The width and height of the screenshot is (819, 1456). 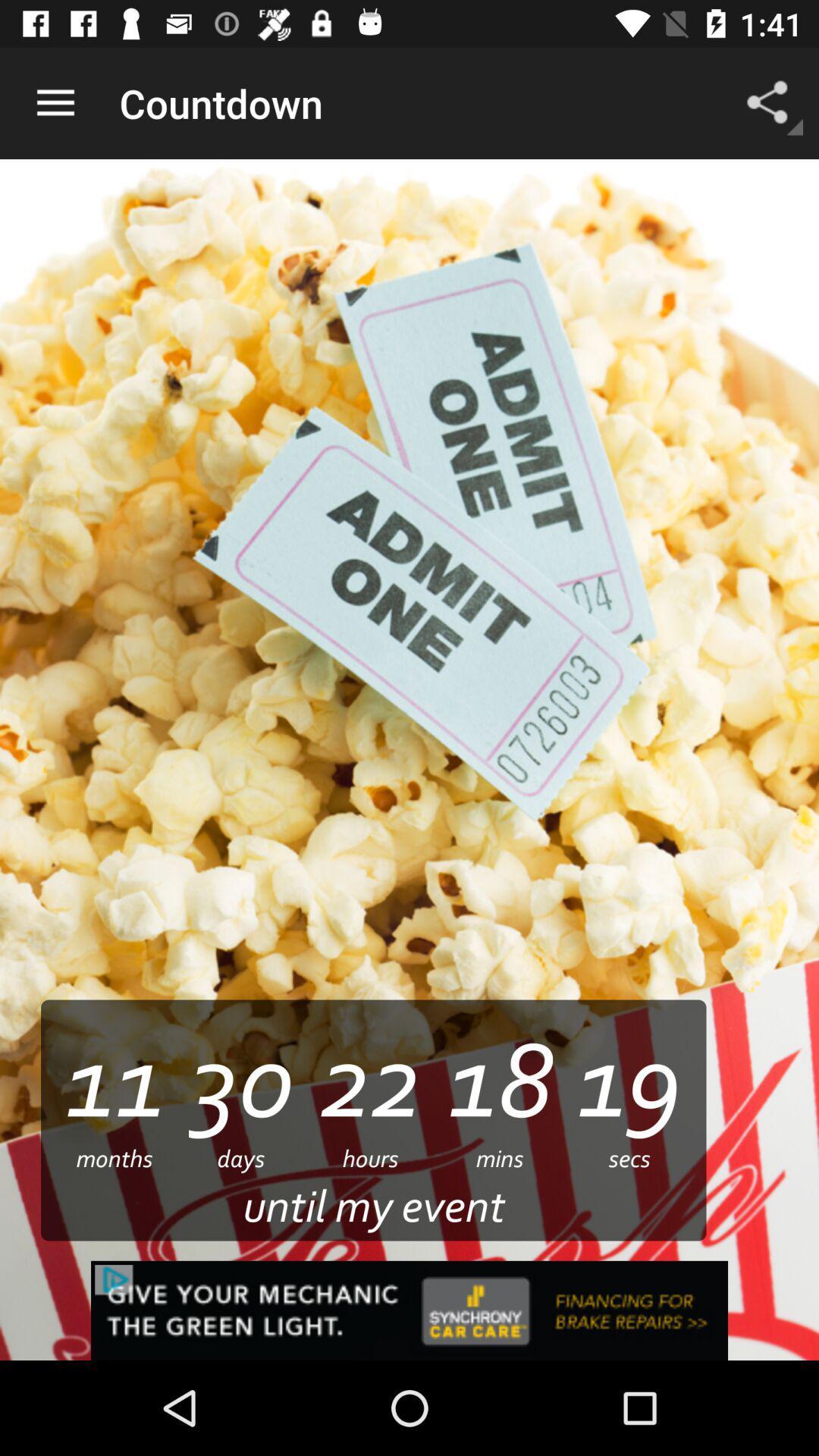 What do you see at coordinates (55, 102) in the screenshot?
I see `the app to the left of the countdown item` at bounding box center [55, 102].